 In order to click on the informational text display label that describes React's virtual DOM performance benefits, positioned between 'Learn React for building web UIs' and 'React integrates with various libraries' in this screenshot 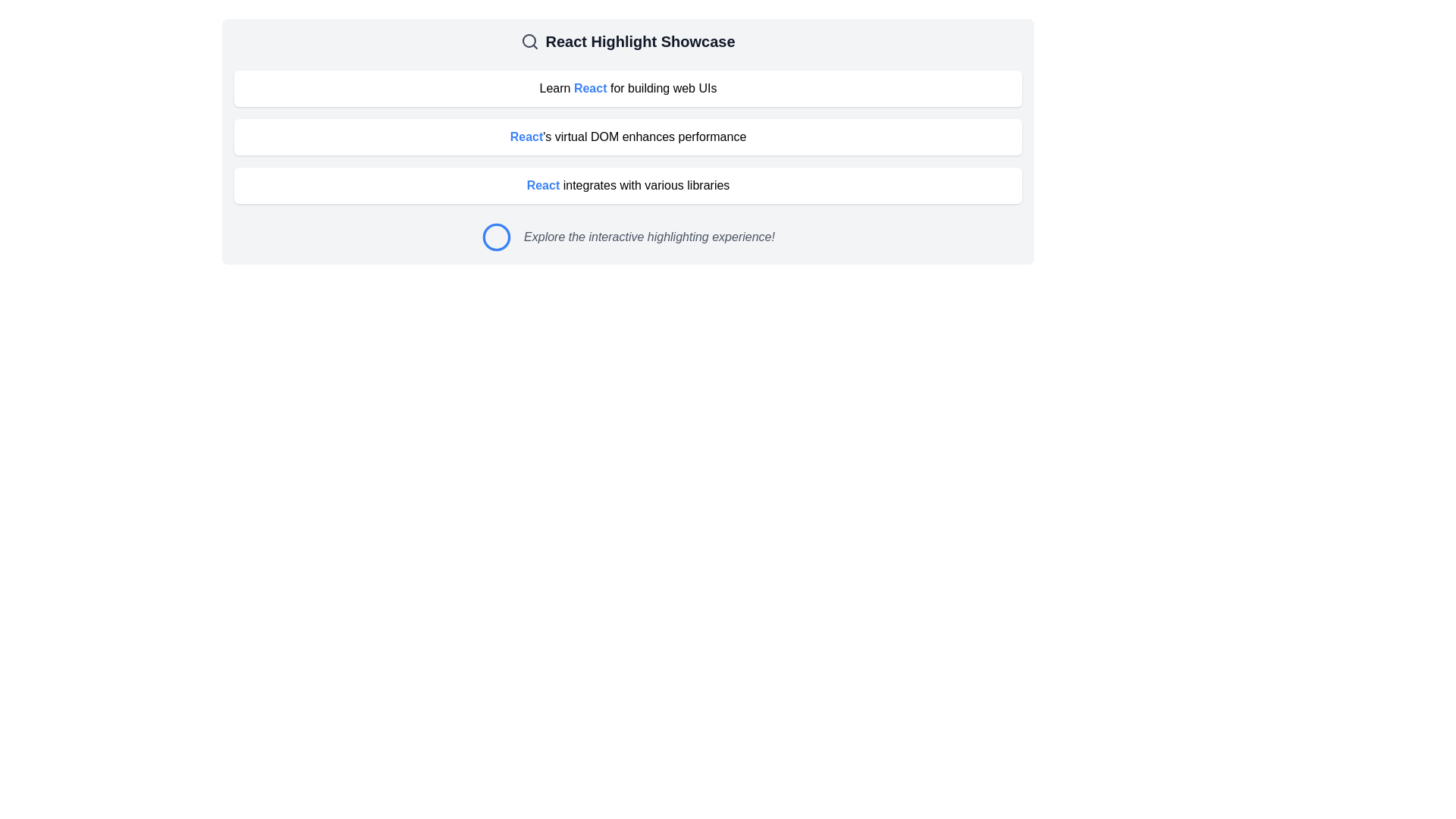, I will do `click(628, 136)`.